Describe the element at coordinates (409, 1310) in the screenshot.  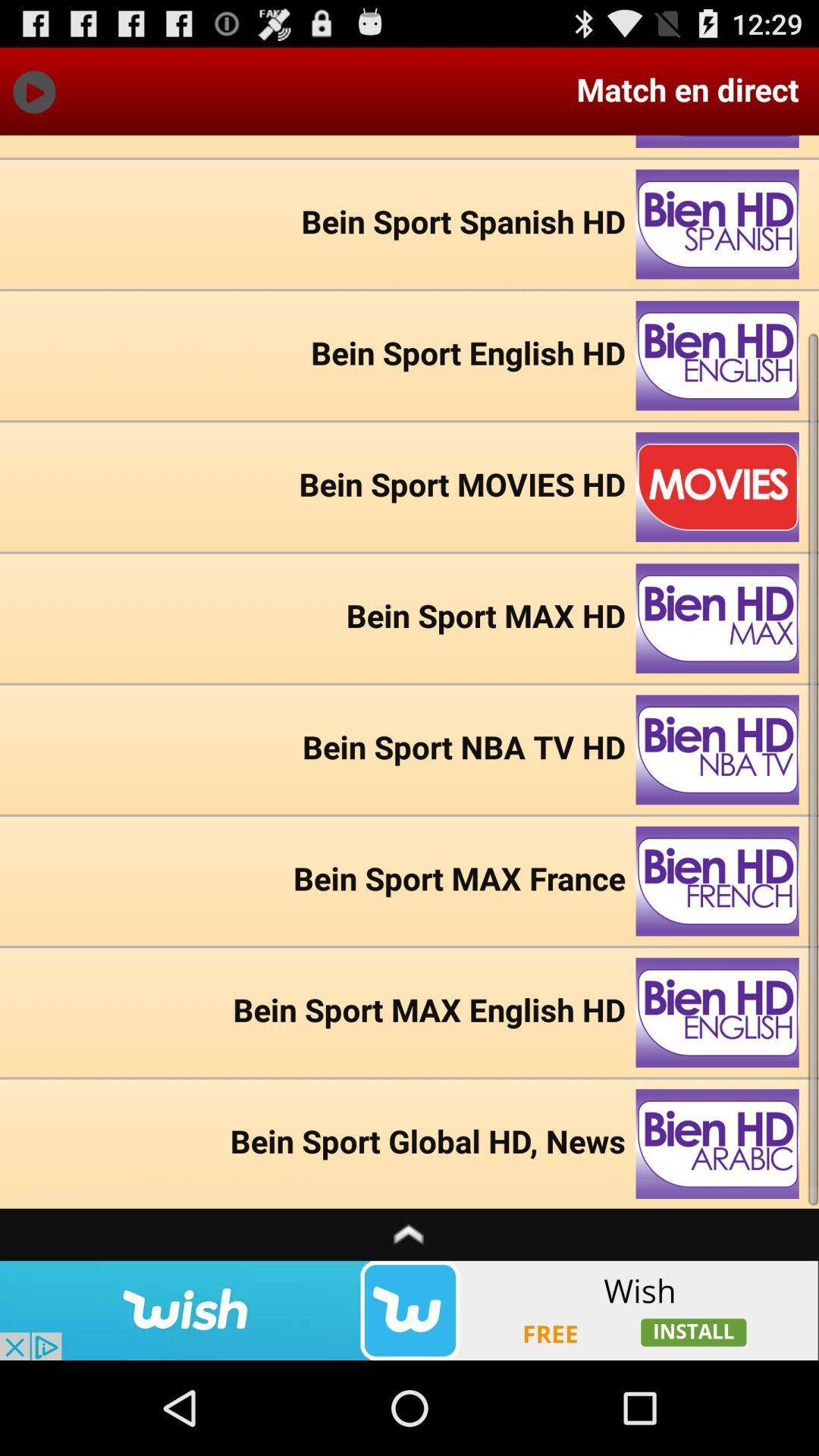
I see `advertisement` at that location.